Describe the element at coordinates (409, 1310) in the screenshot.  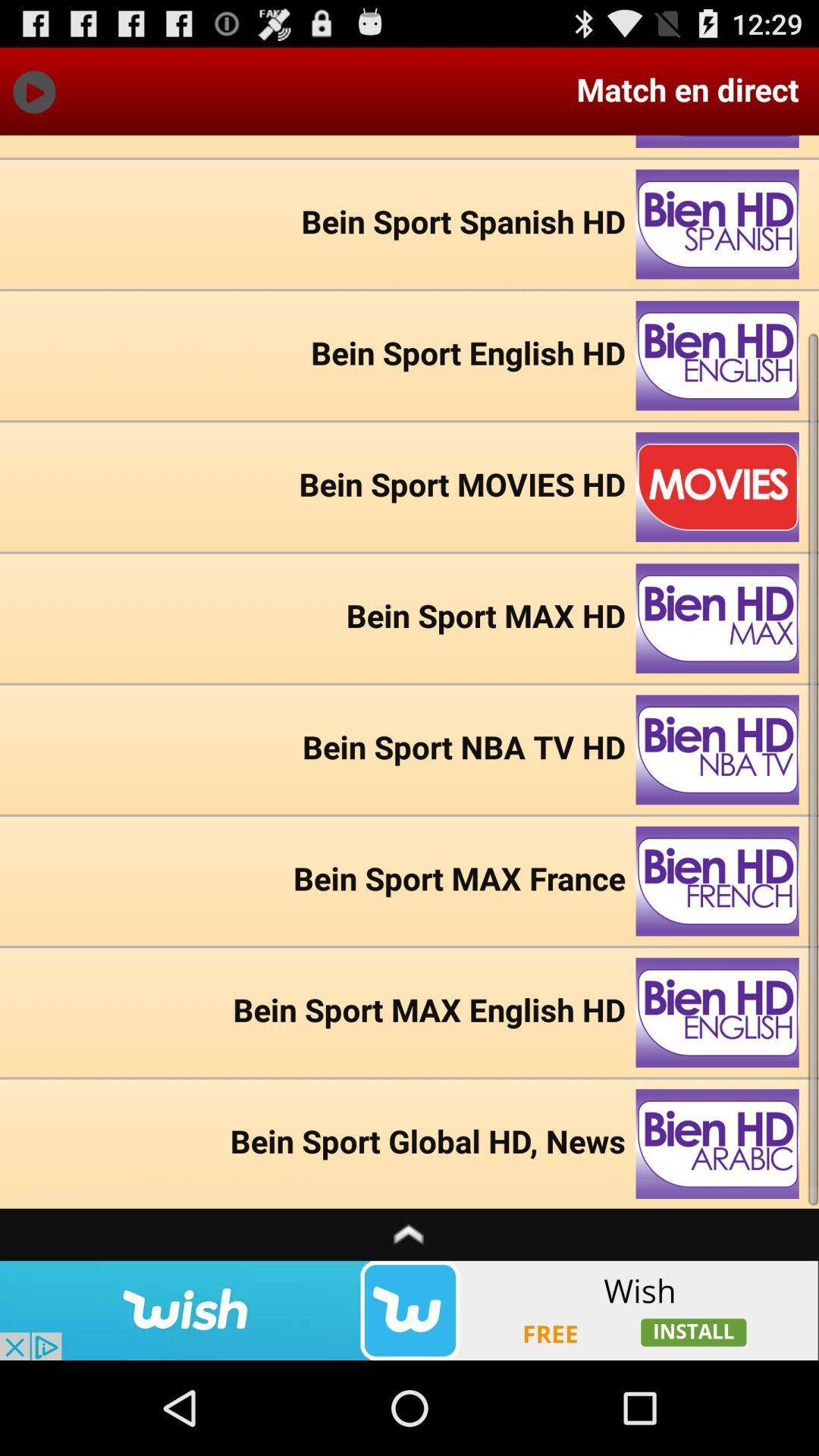
I see `advertisement` at that location.